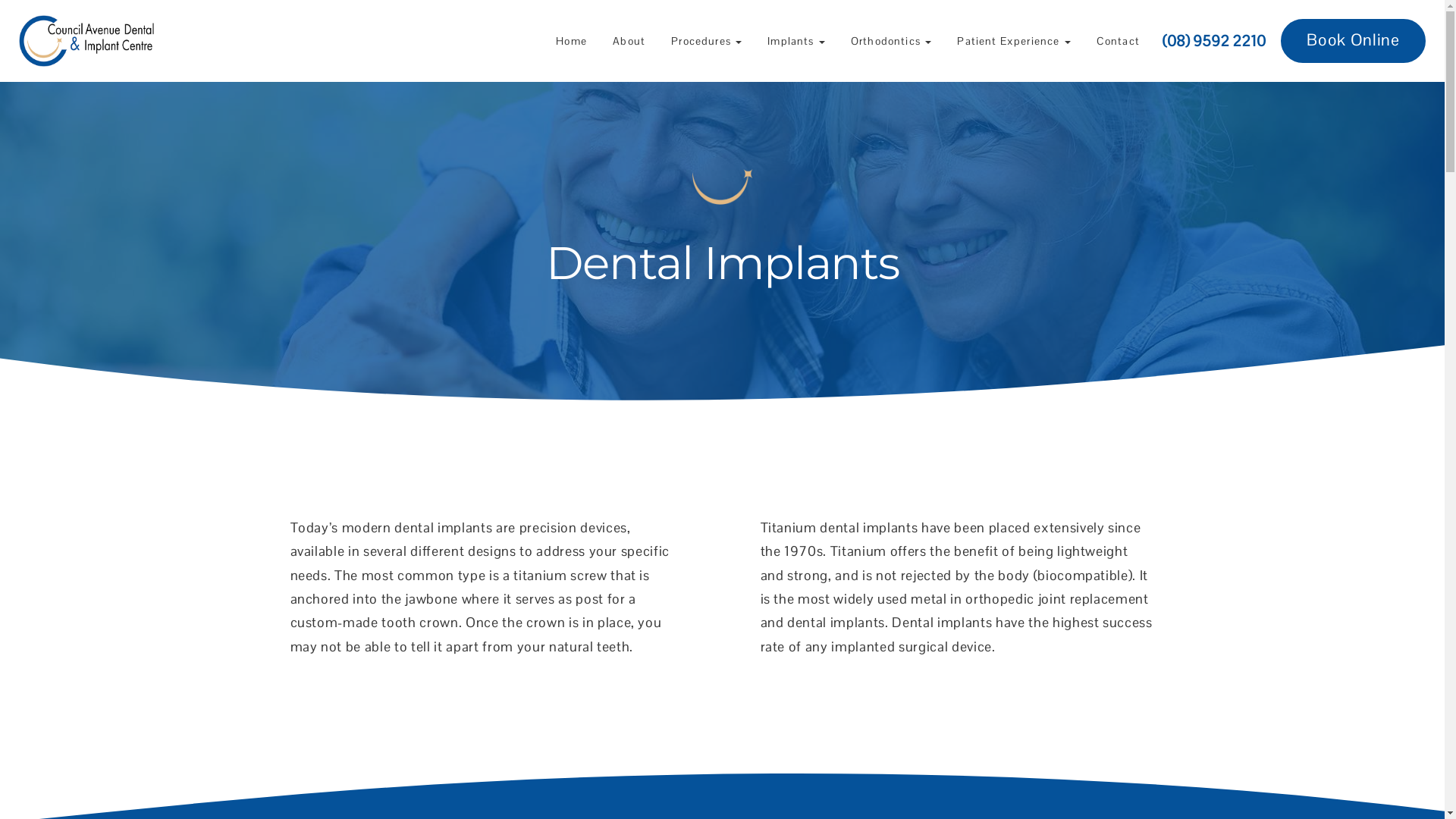 Image resolution: width=1456 pixels, height=819 pixels. I want to click on 'Orthodontics', so click(891, 40).